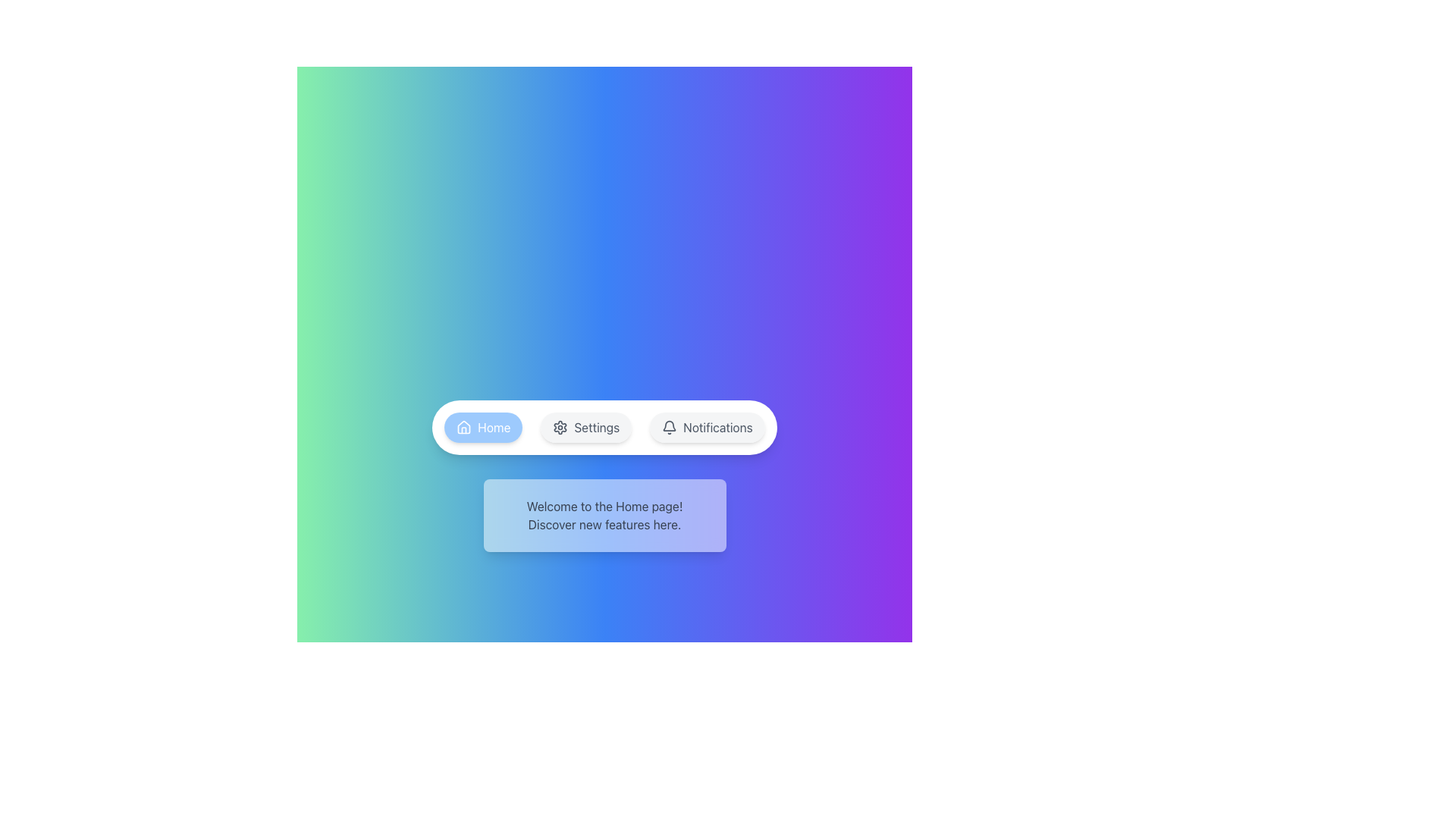  I want to click on the third button in the horizontal row of buttons to scale it slightly, so click(706, 427).